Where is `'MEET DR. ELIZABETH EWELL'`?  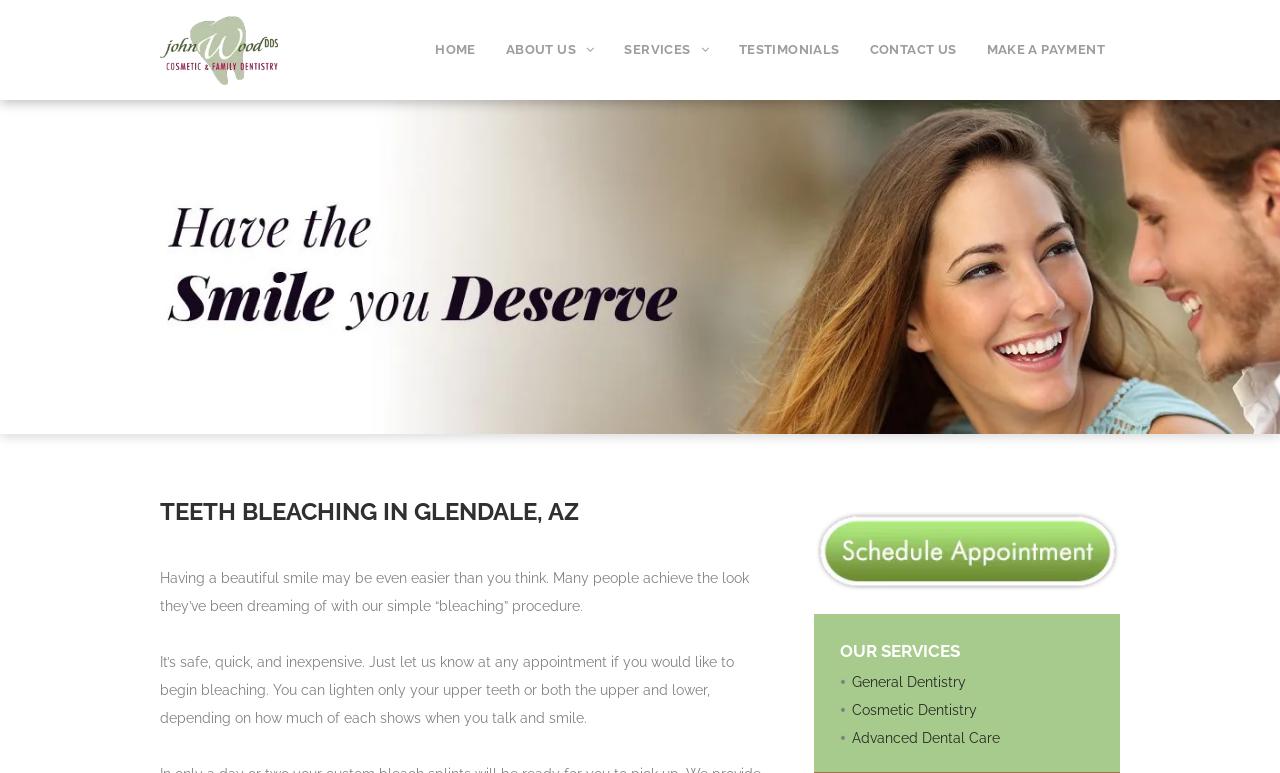
'MEET DR. ELIZABETH EWELL' is located at coordinates (519, 105).